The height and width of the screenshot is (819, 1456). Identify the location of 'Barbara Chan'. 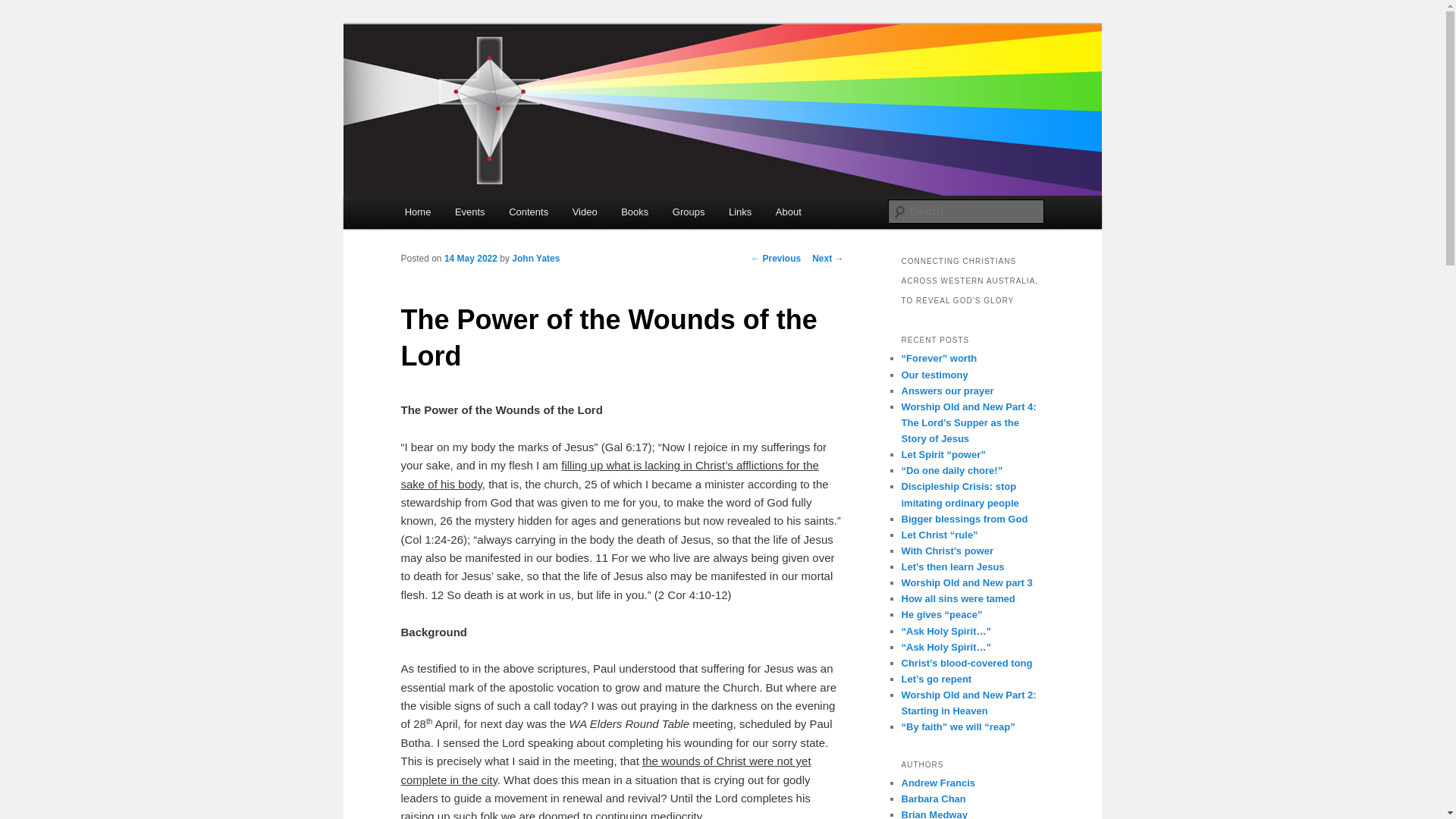
(932, 798).